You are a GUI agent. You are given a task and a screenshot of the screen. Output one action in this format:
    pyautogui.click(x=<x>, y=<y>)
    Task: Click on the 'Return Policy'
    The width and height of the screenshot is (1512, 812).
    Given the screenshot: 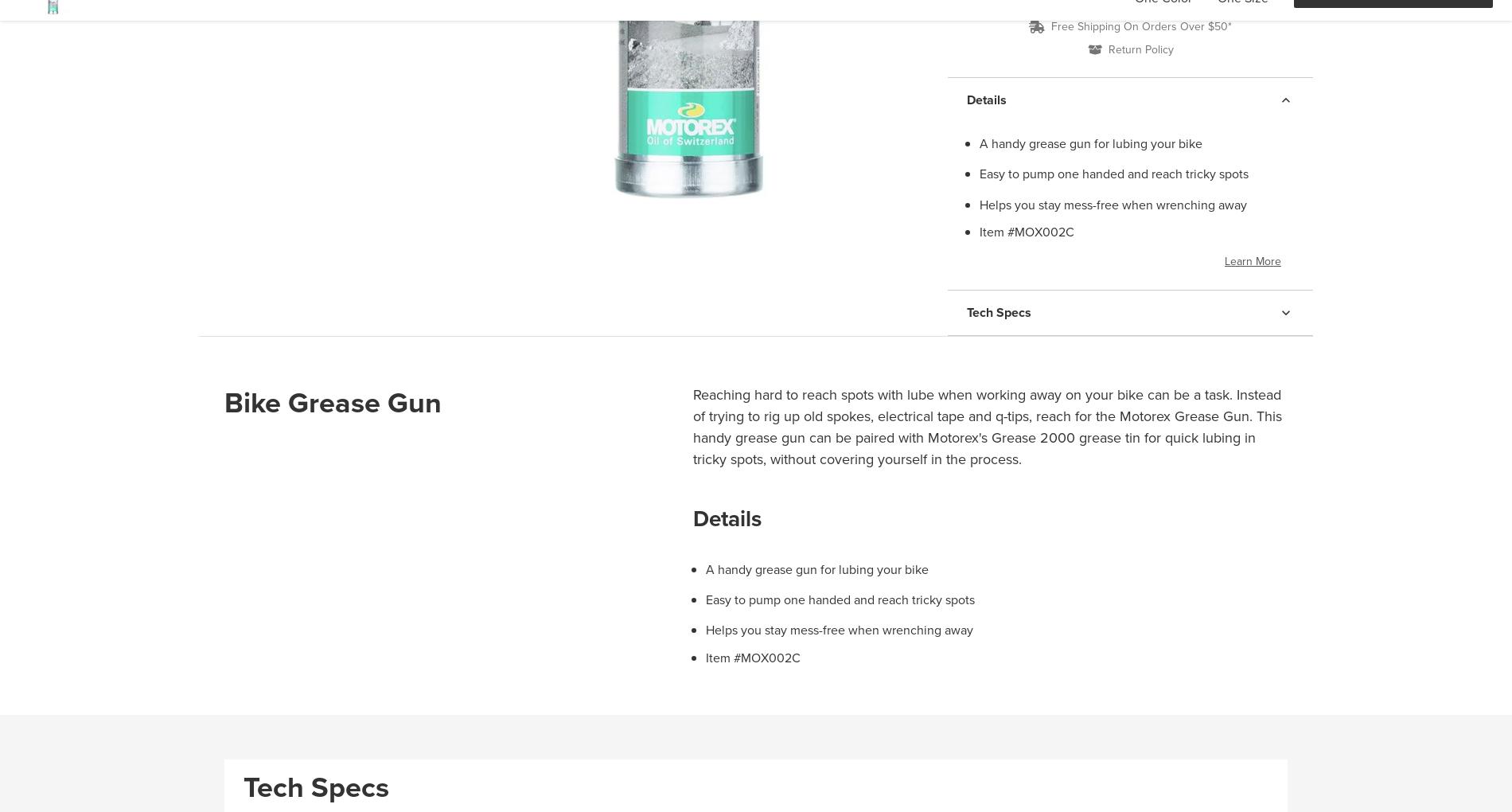 What is the action you would take?
    pyautogui.click(x=1140, y=49)
    